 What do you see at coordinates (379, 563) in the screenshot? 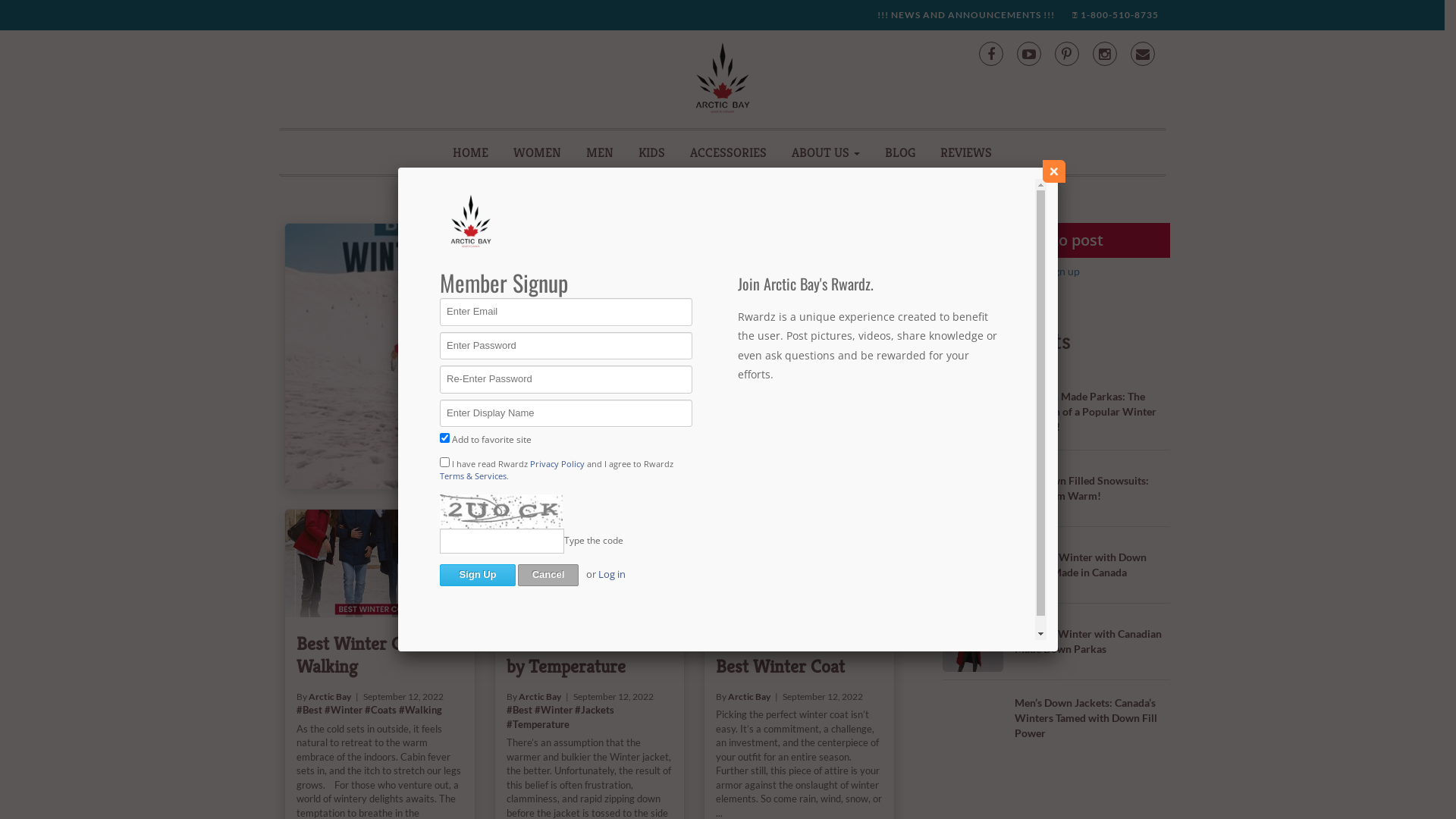
I see `'Best Winter Coats for Walking'` at bounding box center [379, 563].